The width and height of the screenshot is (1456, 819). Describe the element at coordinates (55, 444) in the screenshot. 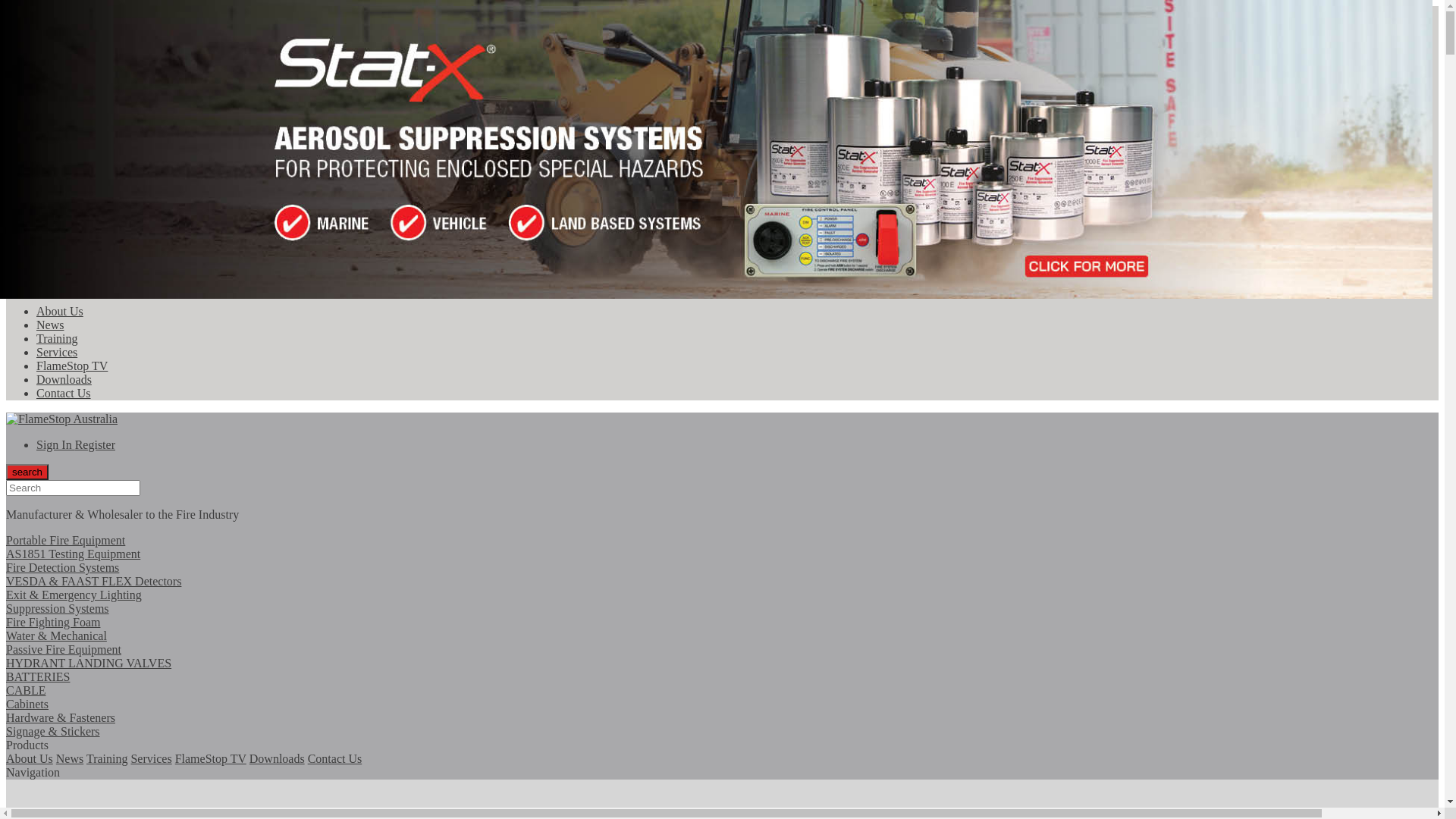

I see `'Sign In'` at that location.